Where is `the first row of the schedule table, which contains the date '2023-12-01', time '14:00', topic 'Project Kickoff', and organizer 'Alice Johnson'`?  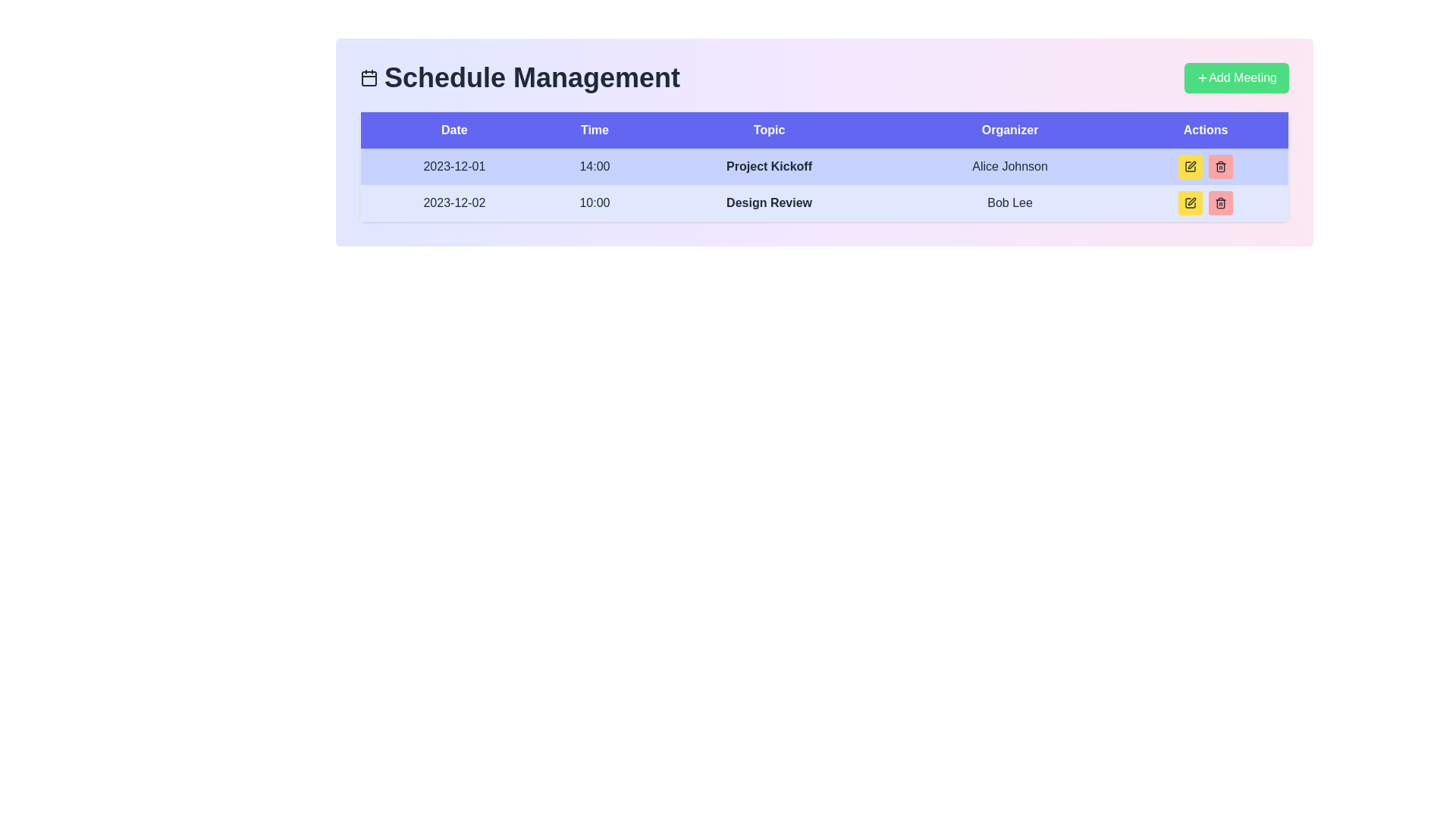 the first row of the schedule table, which contains the date '2023-12-01', time '14:00', topic 'Project Kickoff', and organizer 'Alice Johnson' is located at coordinates (824, 166).